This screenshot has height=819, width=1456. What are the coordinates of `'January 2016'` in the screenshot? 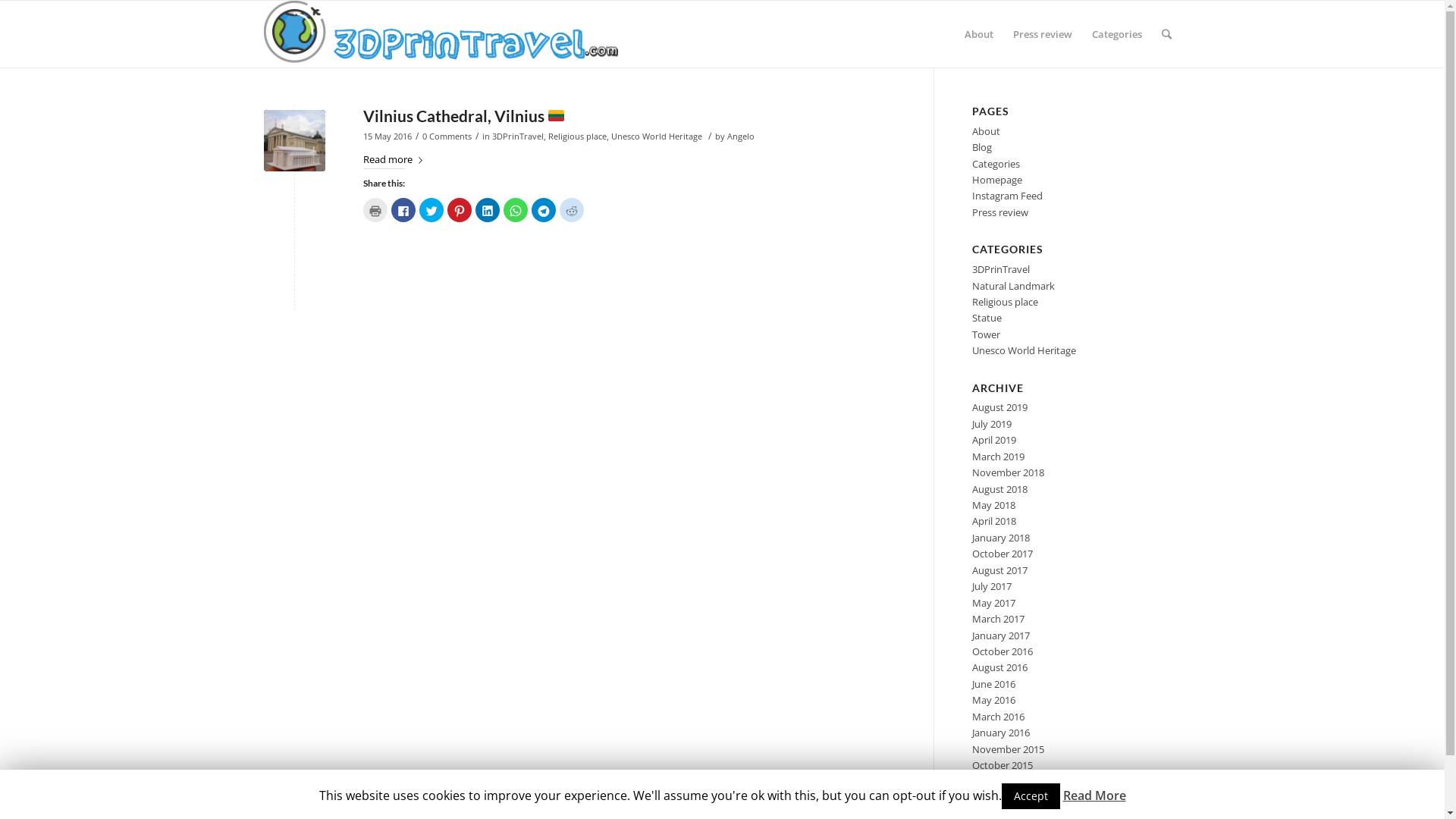 It's located at (1001, 731).